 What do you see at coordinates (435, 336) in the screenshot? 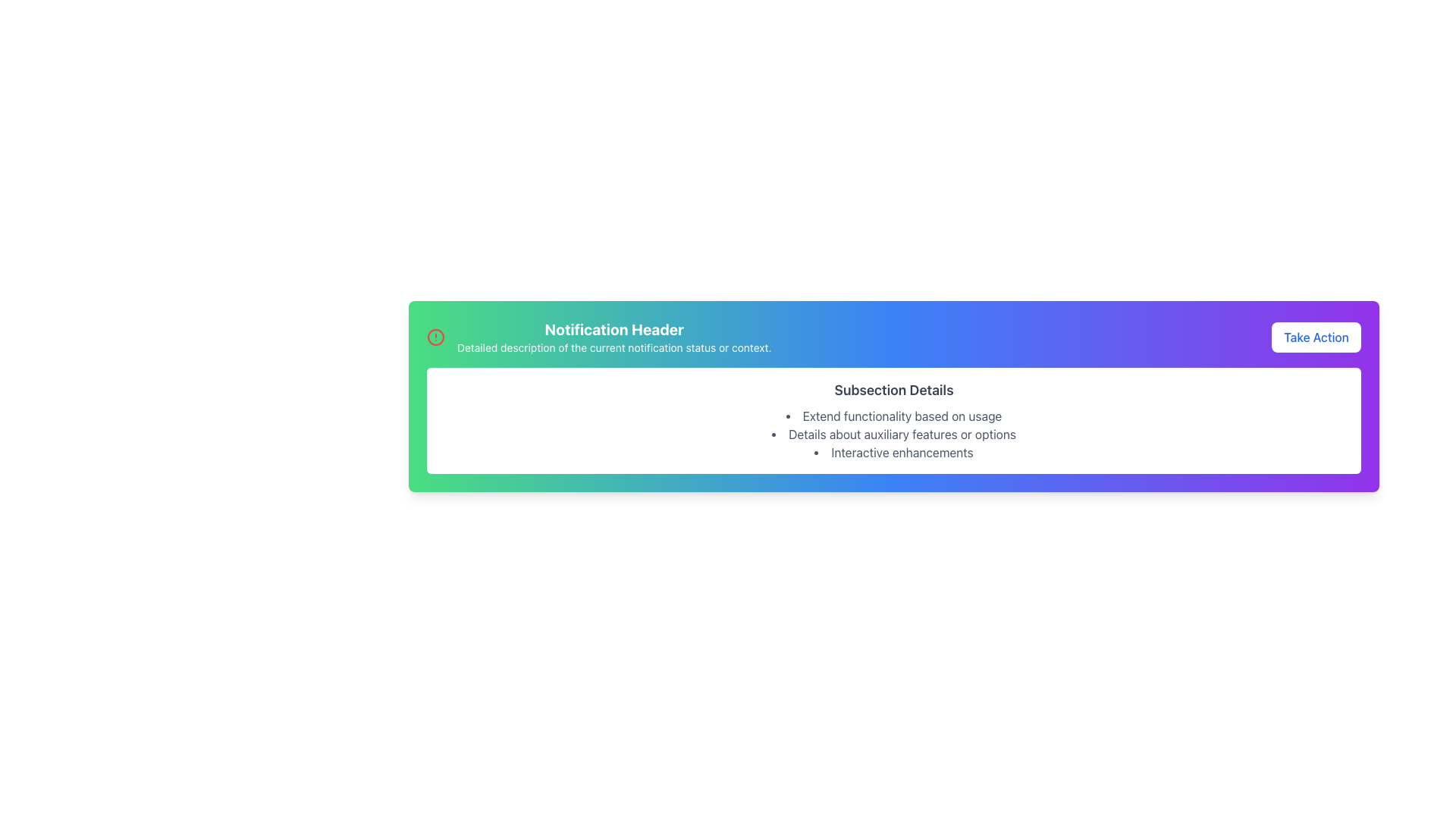
I see `the circular alert icon with a red border located in the upper-left corner of the notification banner, adjacent to the 'Notification Header'` at bounding box center [435, 336].